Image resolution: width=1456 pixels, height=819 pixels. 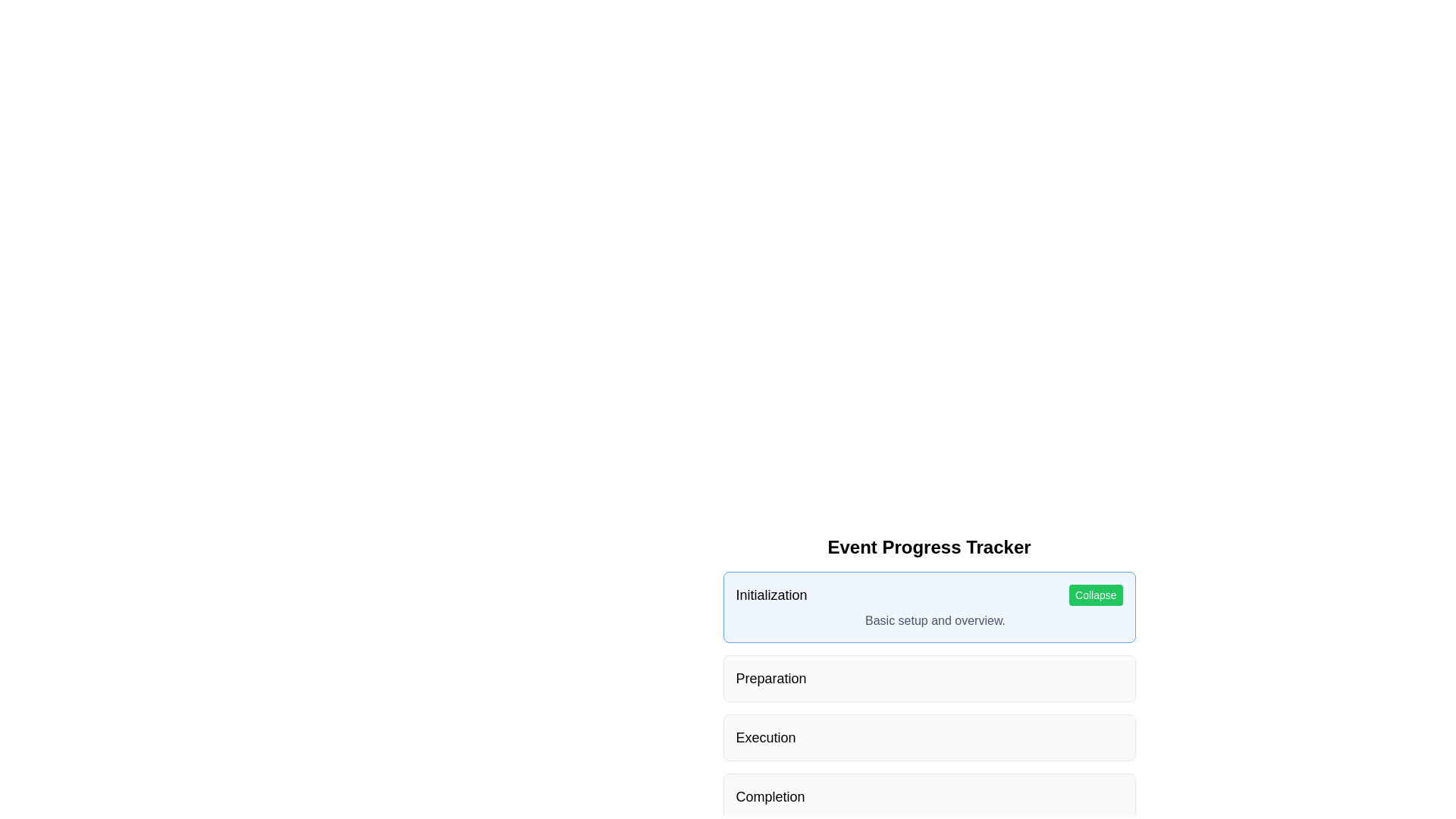 I want to click on the 'Preparation' section header in the Event Progress Tracker interface, which serves as a guiding label for users, so click(x=771, y=677).